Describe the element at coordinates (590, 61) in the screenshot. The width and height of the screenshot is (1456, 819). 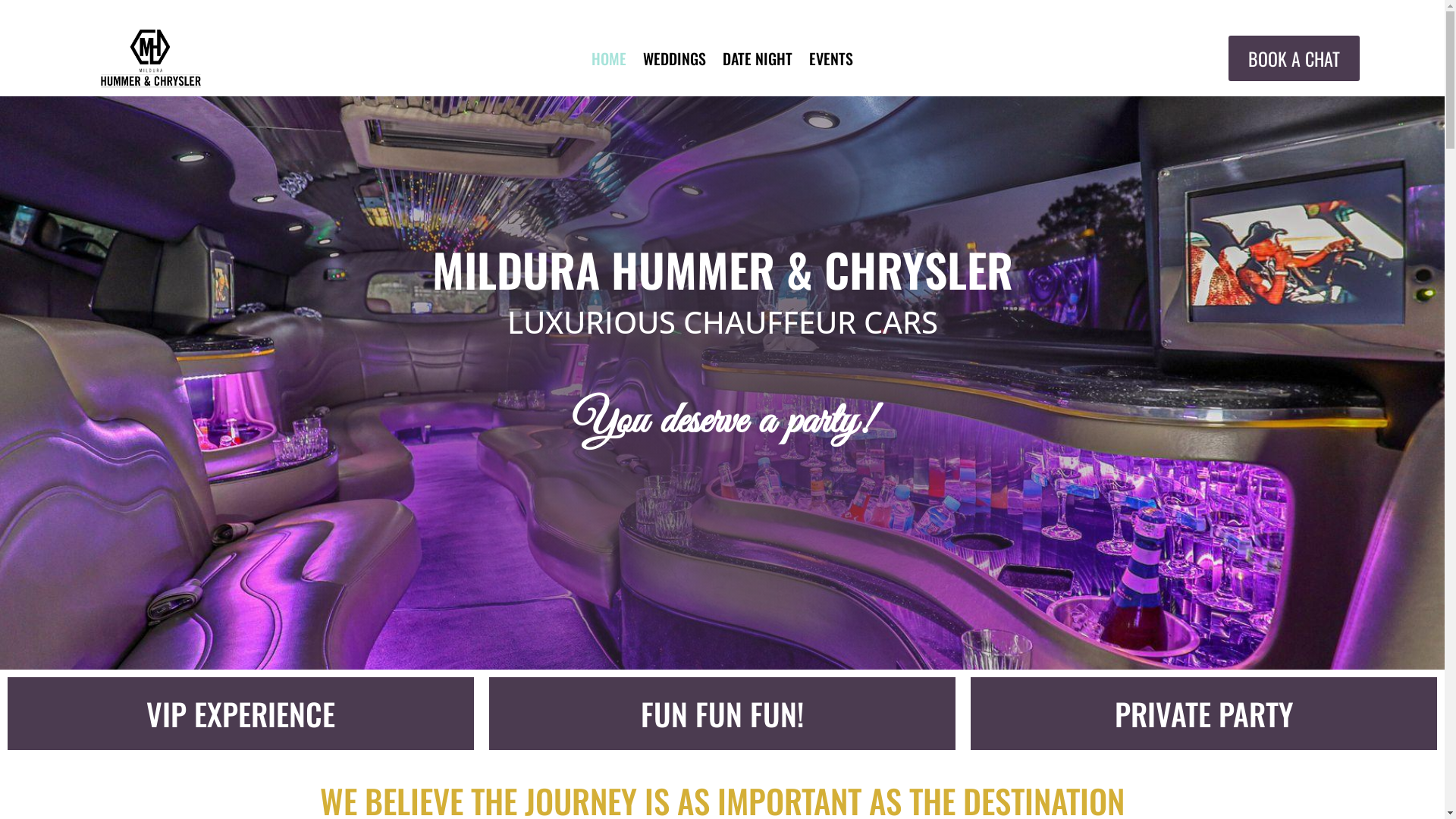
I see `'HOME'` at that location.